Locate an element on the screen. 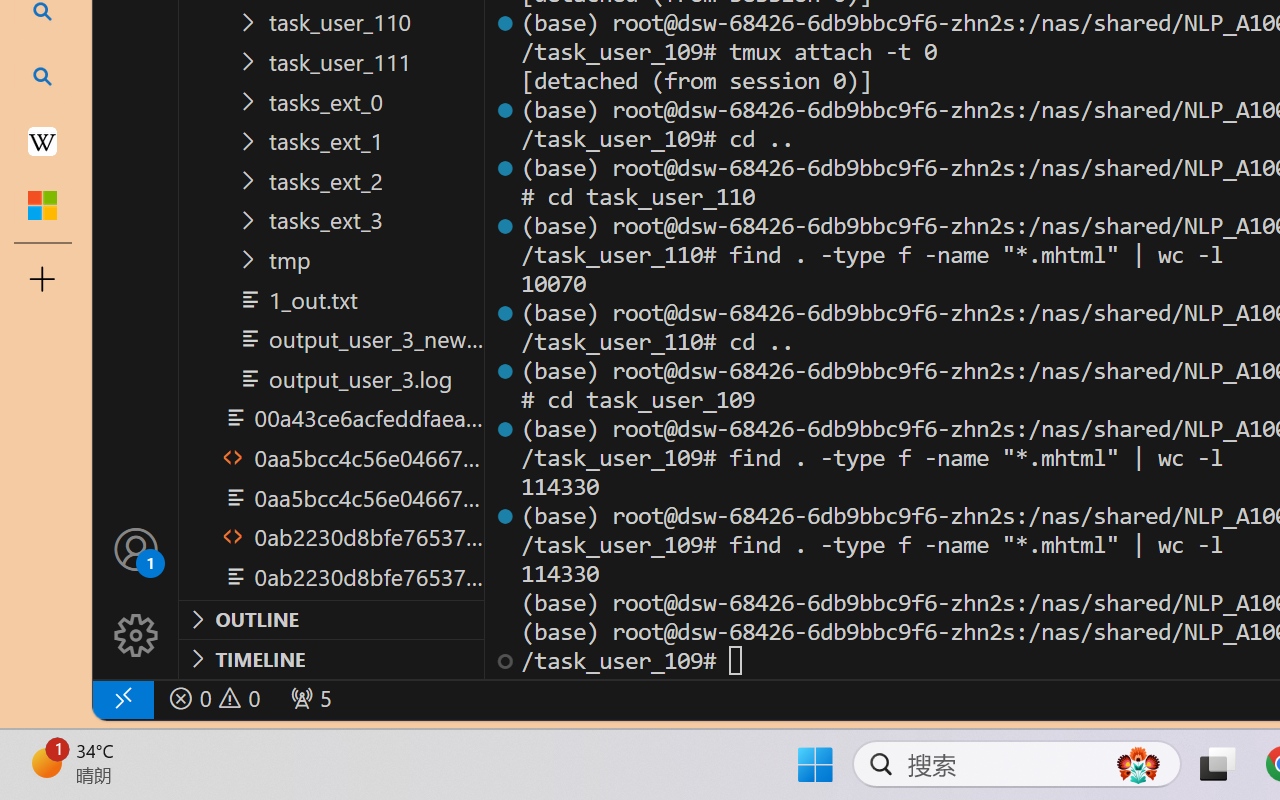  'Accounts - Sign in requested' is located at coordinates (134, 548).